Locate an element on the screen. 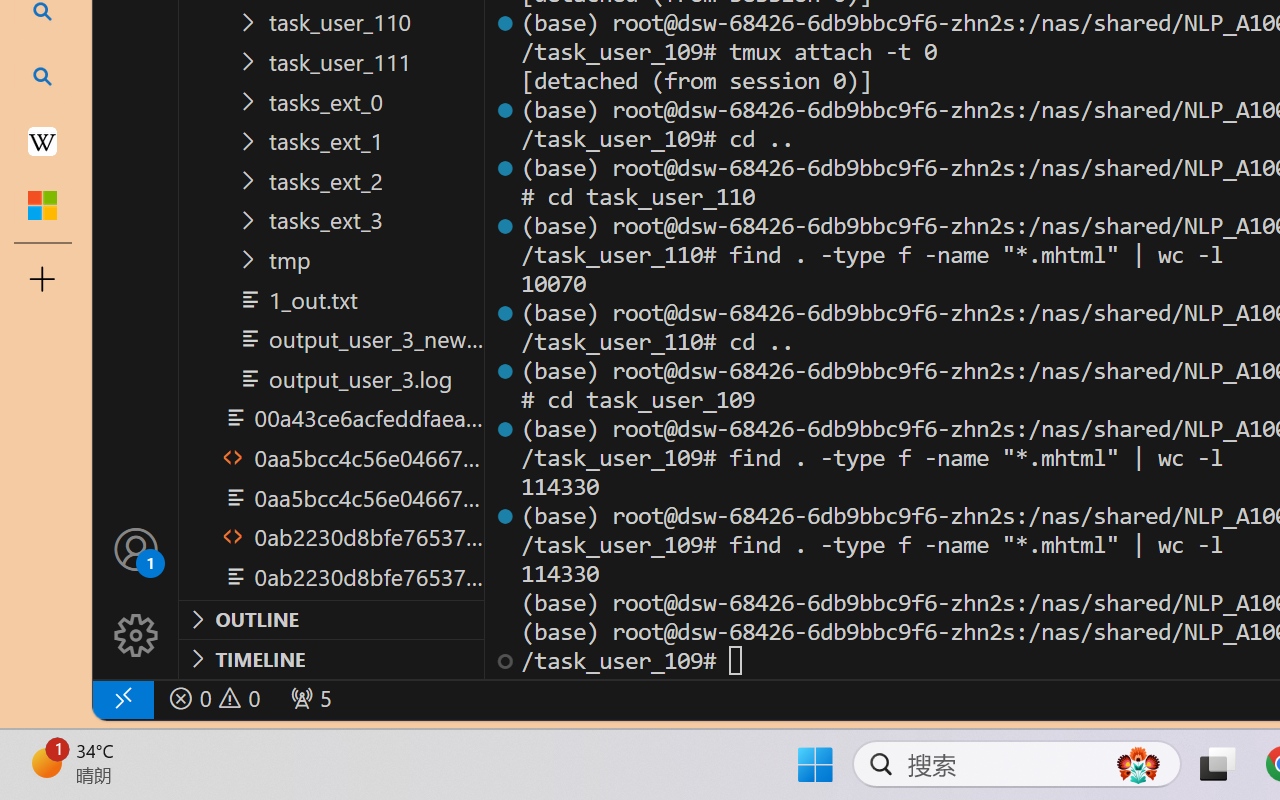  'Accounts - Sign in requested' is located at coordinates (134, 548).